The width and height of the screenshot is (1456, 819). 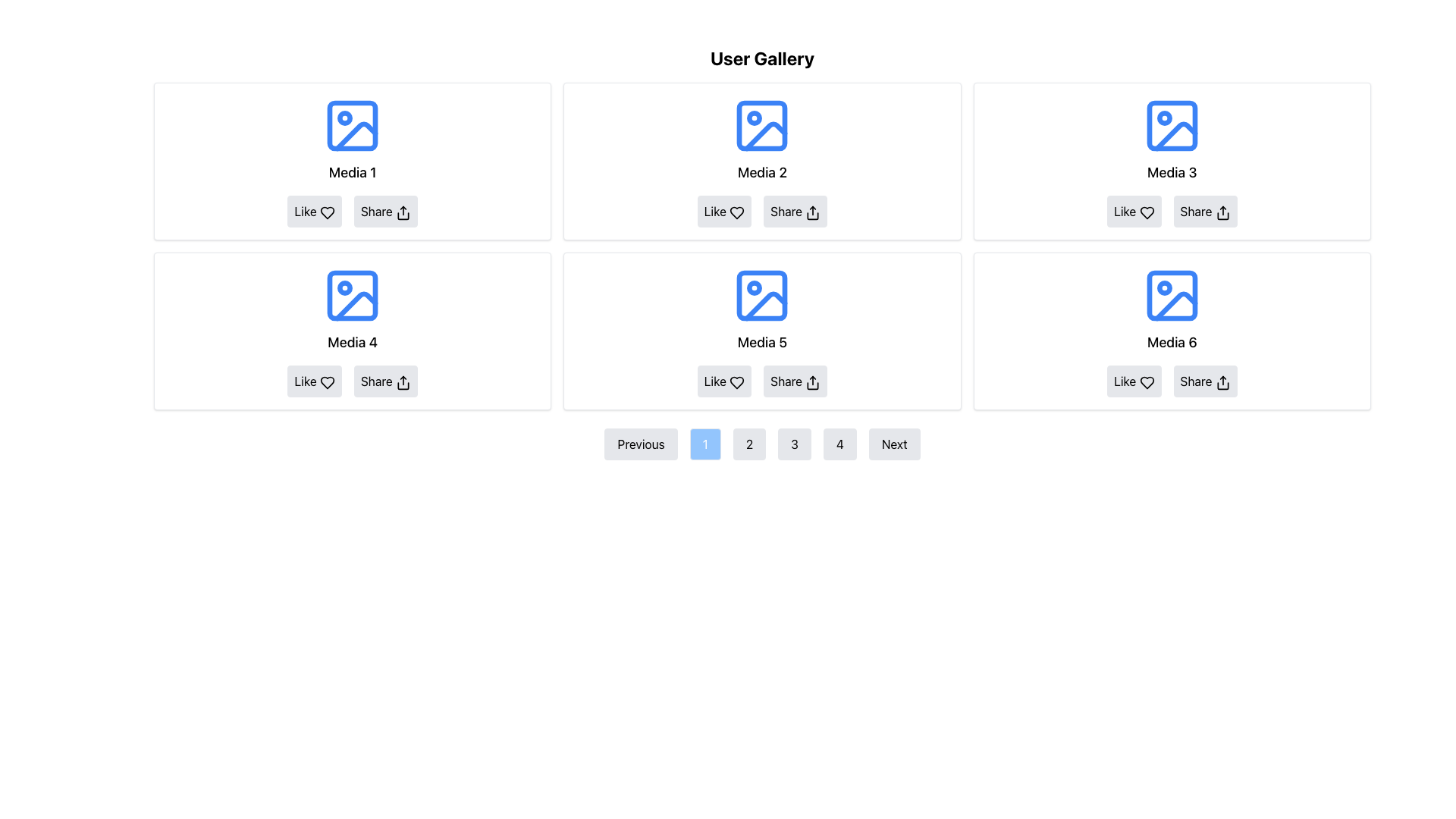 I want to click on the media icon in the second row and first column of the 'Media 4' grid, which features a blue outline, a sun shape in the top left, and a mountain shape, so click(x=352, y=295).